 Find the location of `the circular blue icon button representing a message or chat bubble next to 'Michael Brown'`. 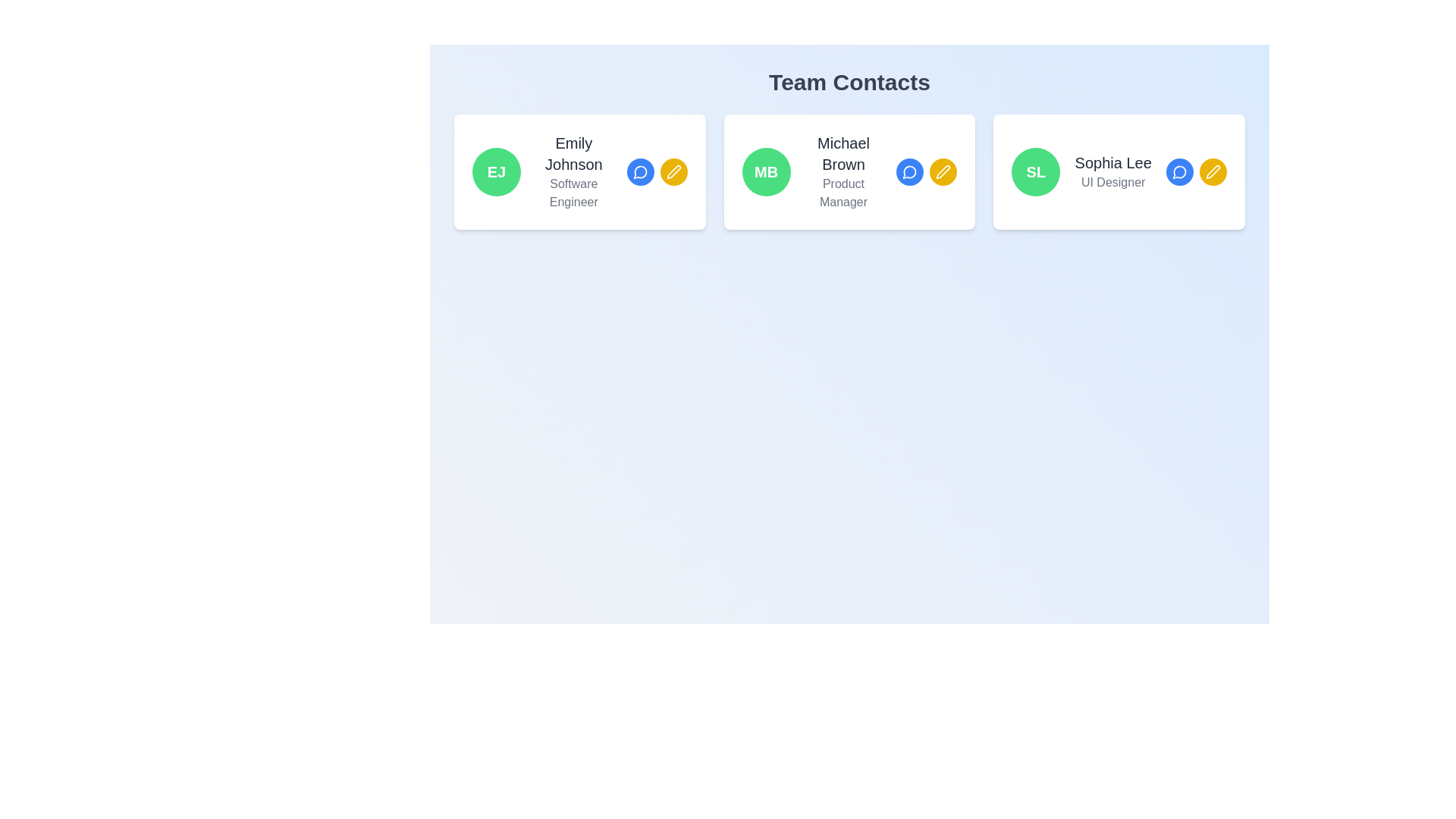

the circular blue icon button representing a message or chat bubble next to 'Michael Brown' is located at coordinates (640, 171).